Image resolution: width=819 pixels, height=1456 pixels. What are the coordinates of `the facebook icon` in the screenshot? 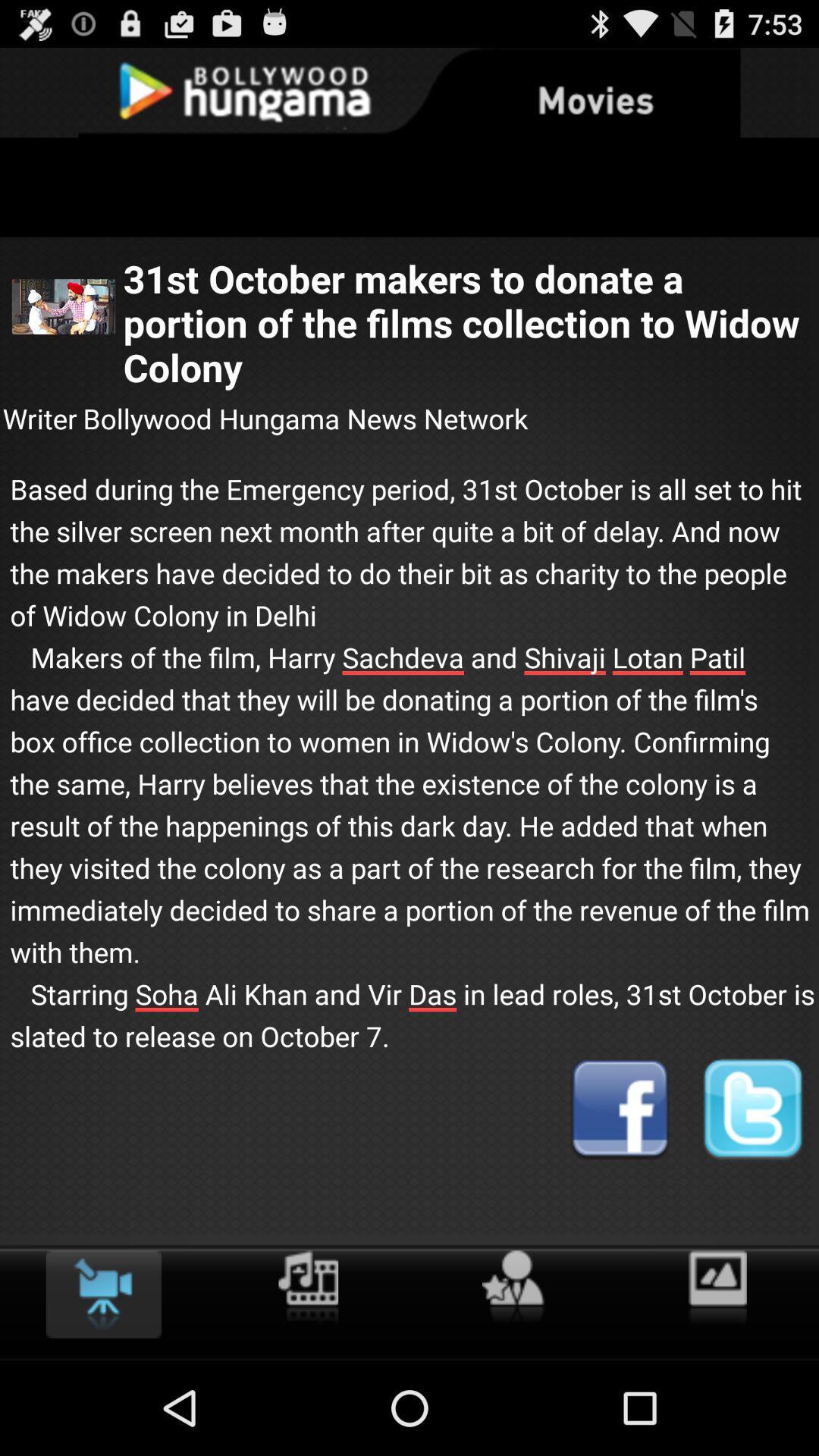 It's located at (622, 1187).